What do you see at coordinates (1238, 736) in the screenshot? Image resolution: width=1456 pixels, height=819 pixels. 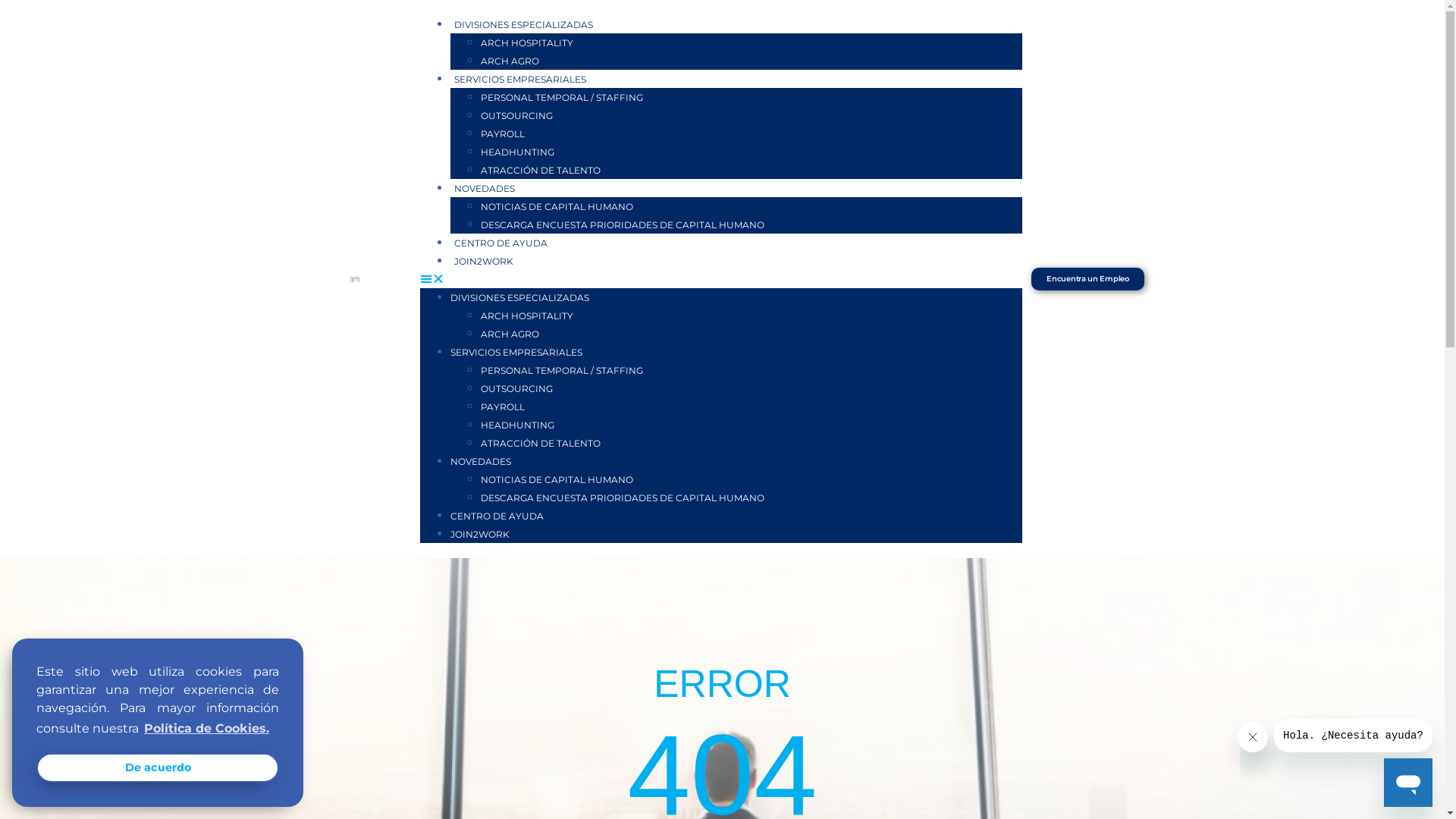 I see `'Close message'` at bounding box center [1238, 736].